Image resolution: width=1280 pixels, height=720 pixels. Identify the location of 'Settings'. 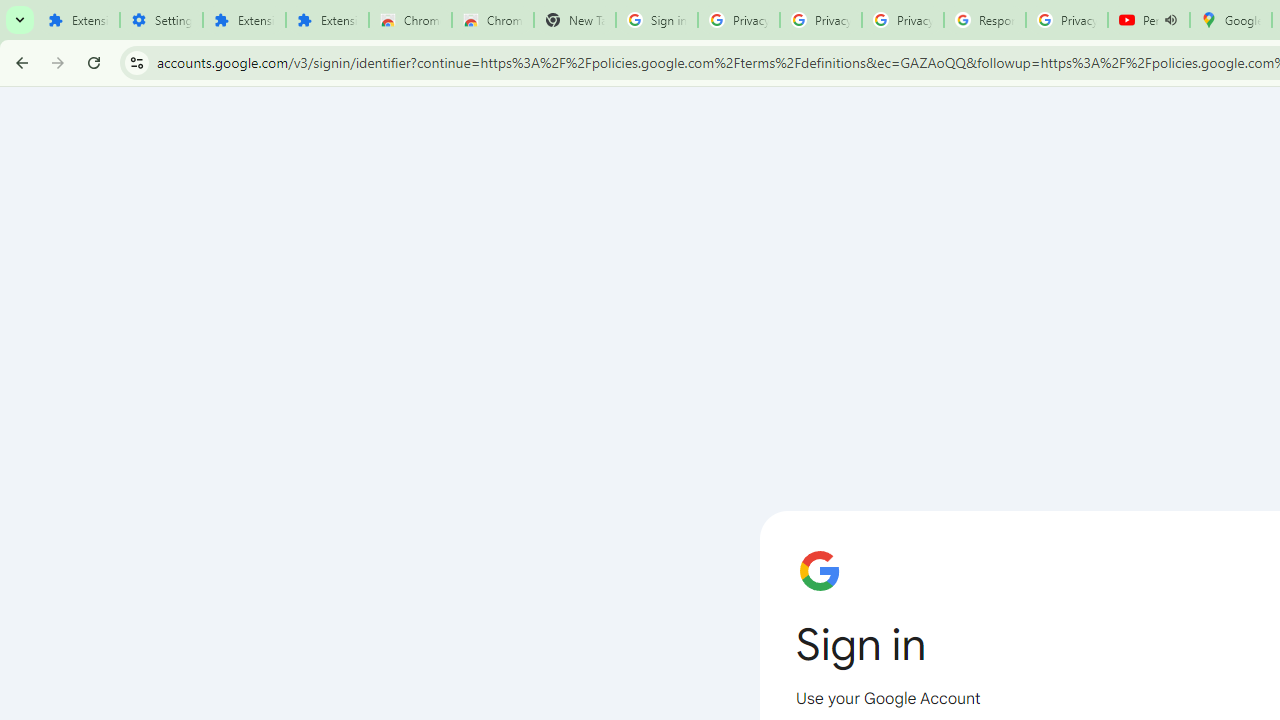
(161, 20).